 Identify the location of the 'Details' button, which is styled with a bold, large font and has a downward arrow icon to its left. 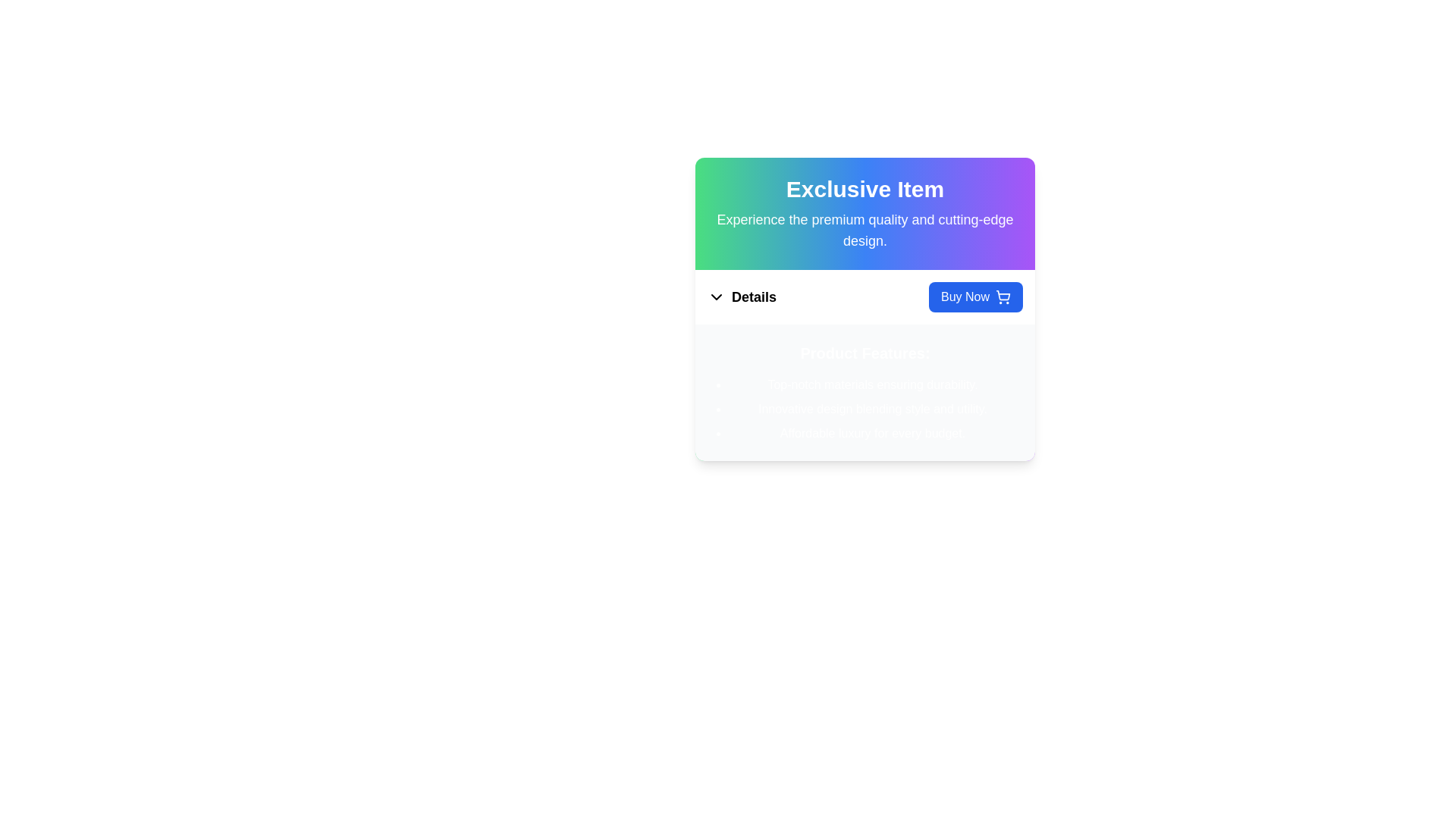
(742, 297).